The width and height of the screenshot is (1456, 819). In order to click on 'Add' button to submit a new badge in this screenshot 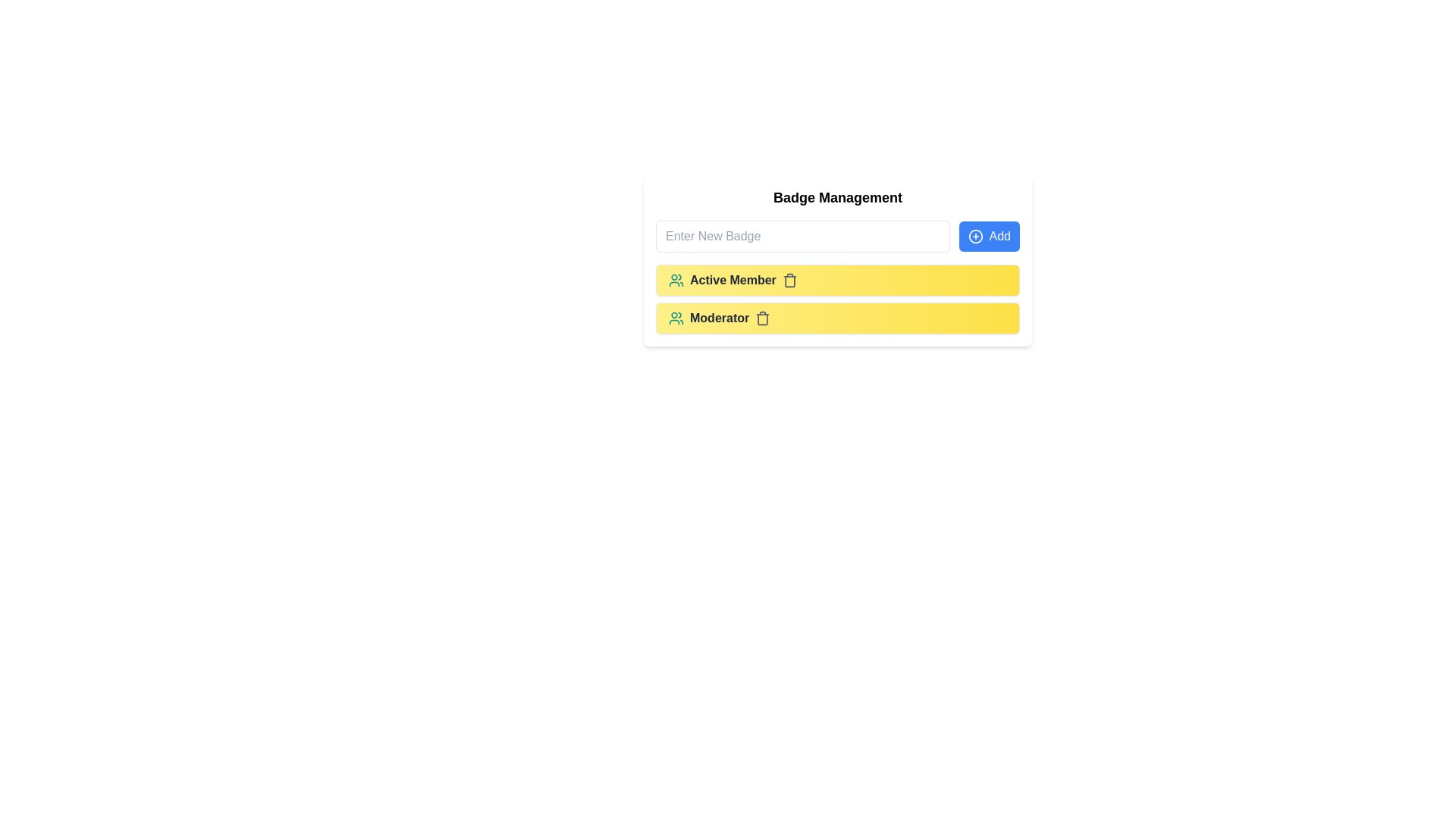, I will do `click(989, 237)`.